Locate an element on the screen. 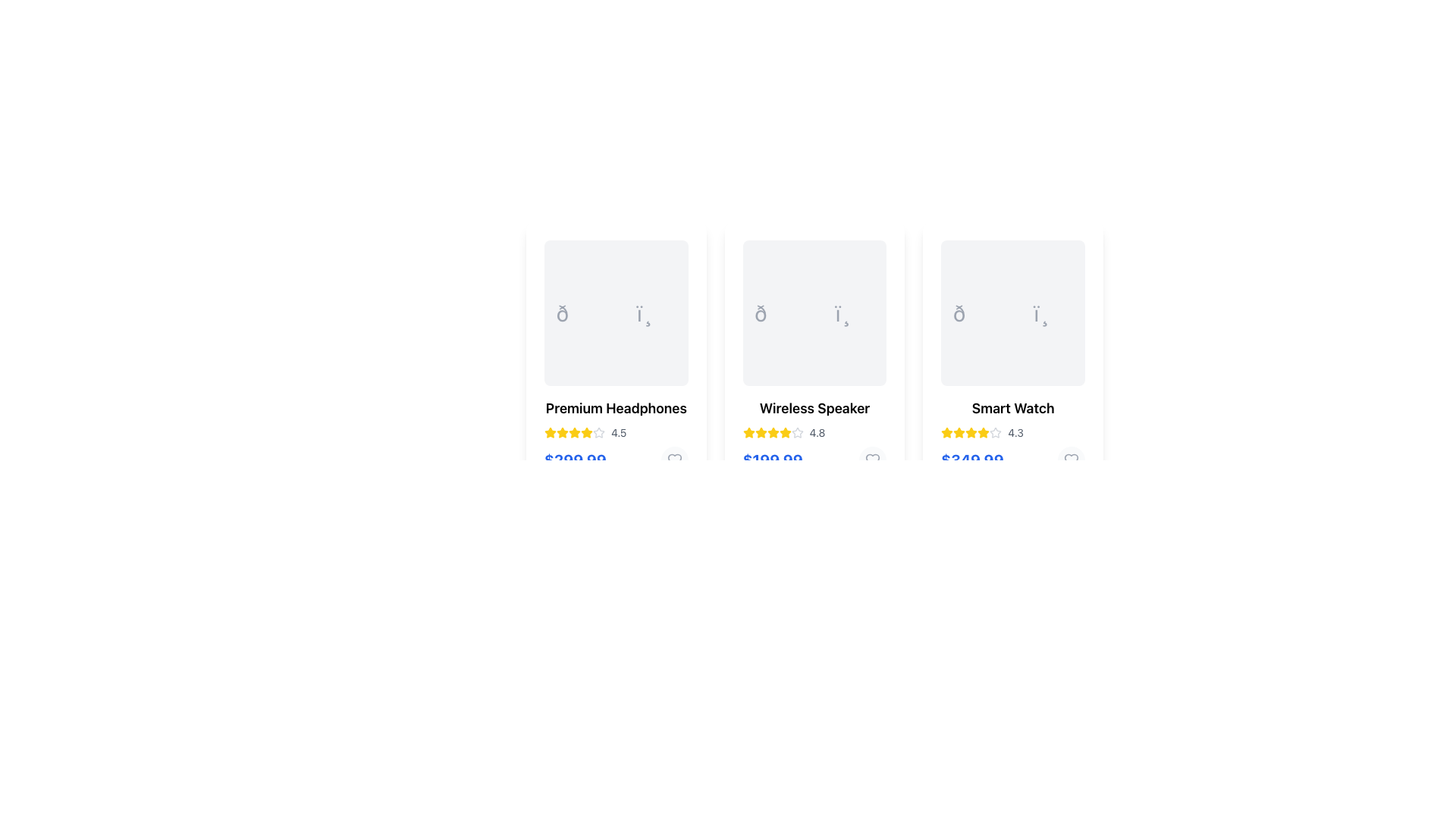  the third yellow star icon in the rating sequence, which indicates the rating status for the product card is located at coordinates (971, 432).